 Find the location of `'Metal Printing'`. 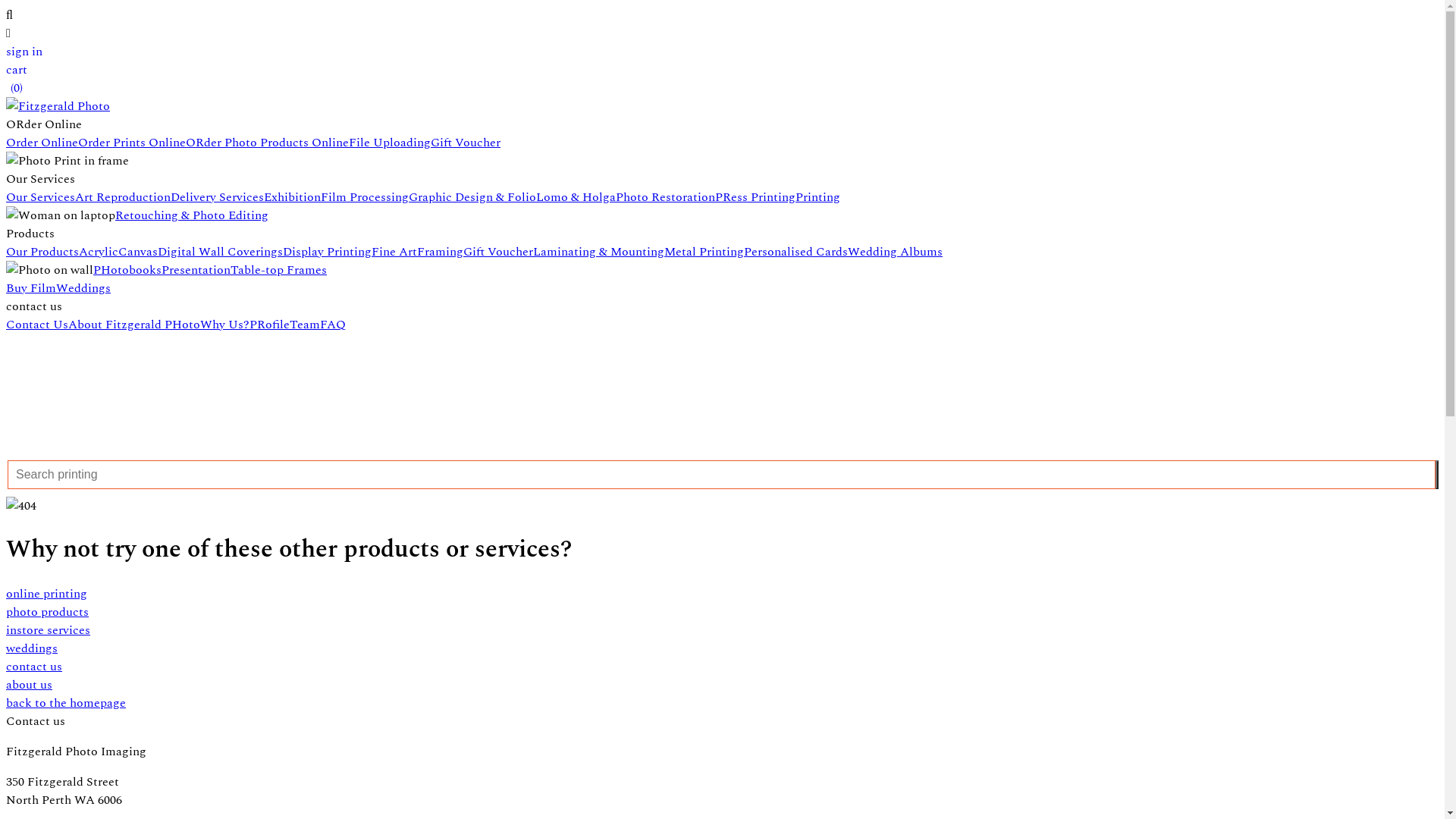

'Metal Printing' is located at coordinates (703, 250).